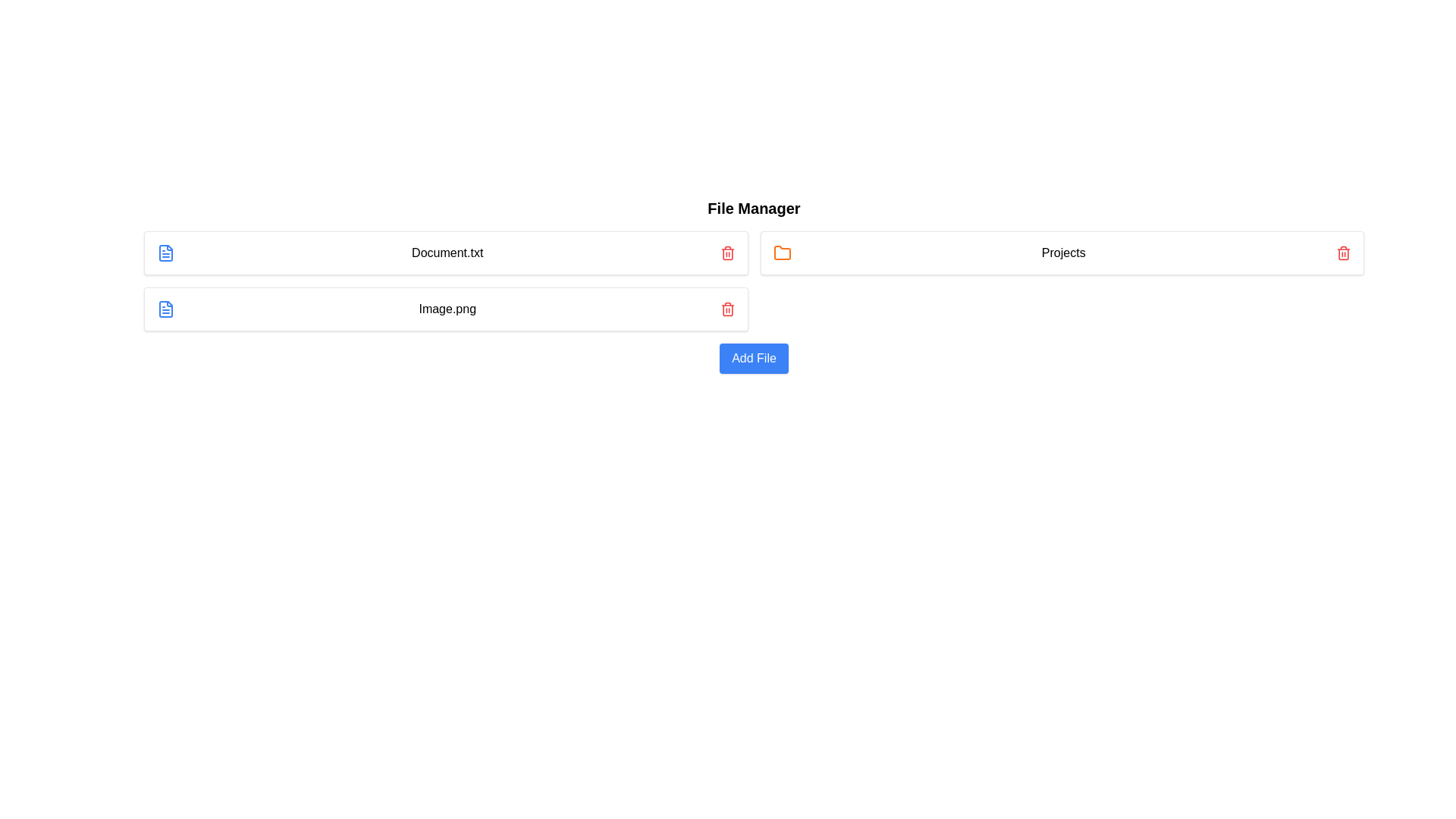 Image resolution: width=1456 pixels, height=819 pixels. What do you see at coordinates (726, 309) in the screenshot?
I see `the Icon button located to the right of the 'Image.png' file name` at bounding box center [726, 309].